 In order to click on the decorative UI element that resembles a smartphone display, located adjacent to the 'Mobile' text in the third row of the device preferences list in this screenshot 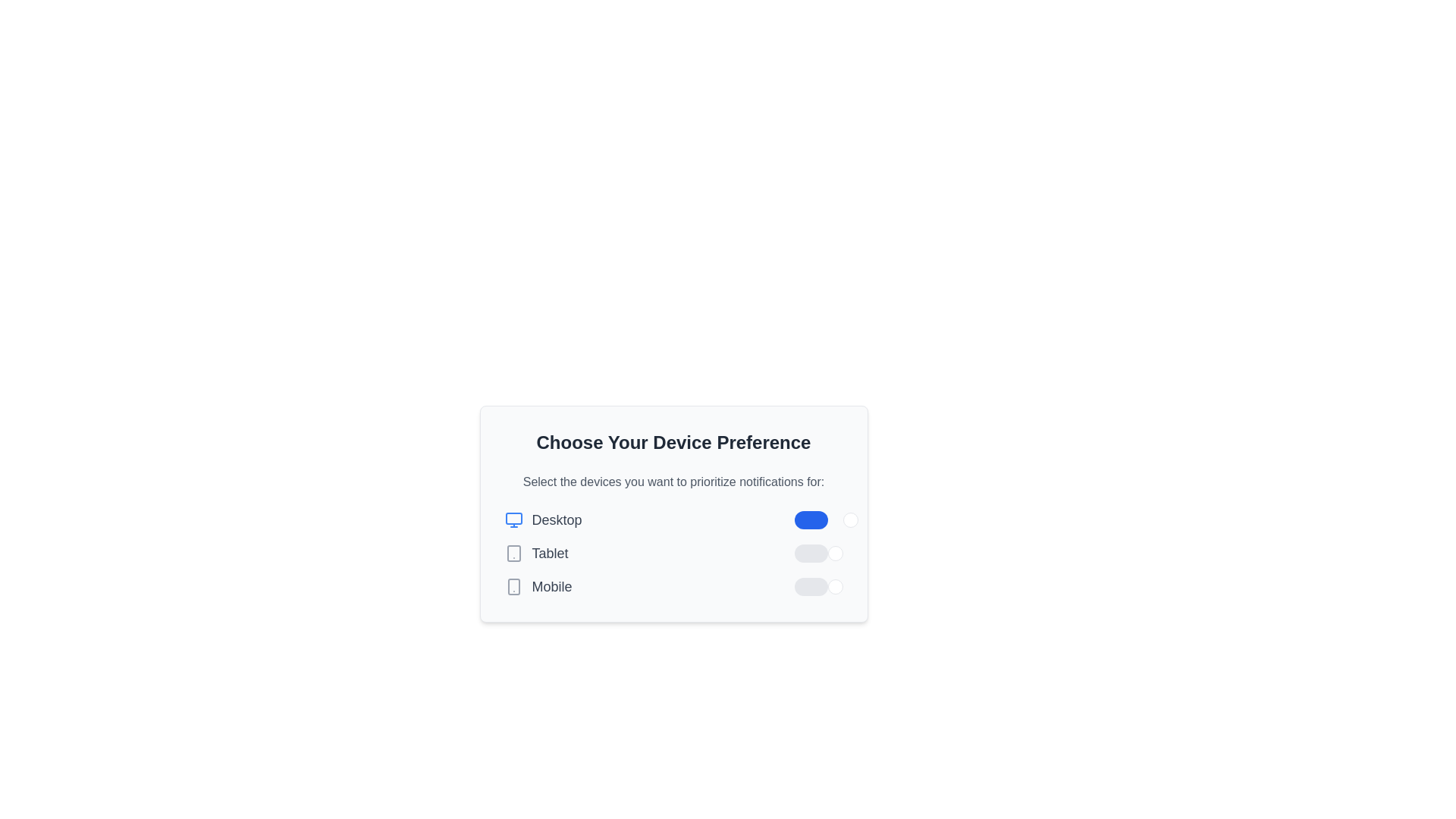, I will do `click(513, 586)`.